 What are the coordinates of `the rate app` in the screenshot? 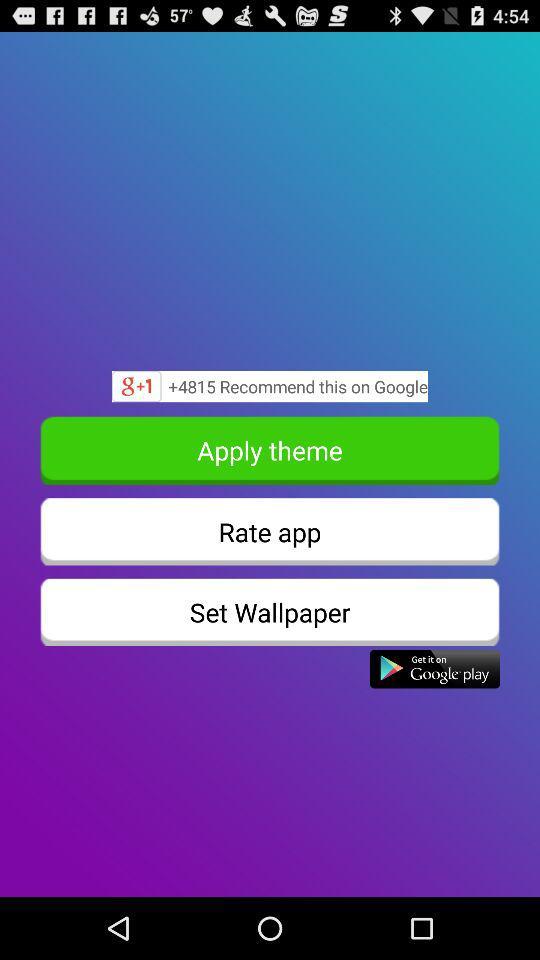 It's located at (270, 530).